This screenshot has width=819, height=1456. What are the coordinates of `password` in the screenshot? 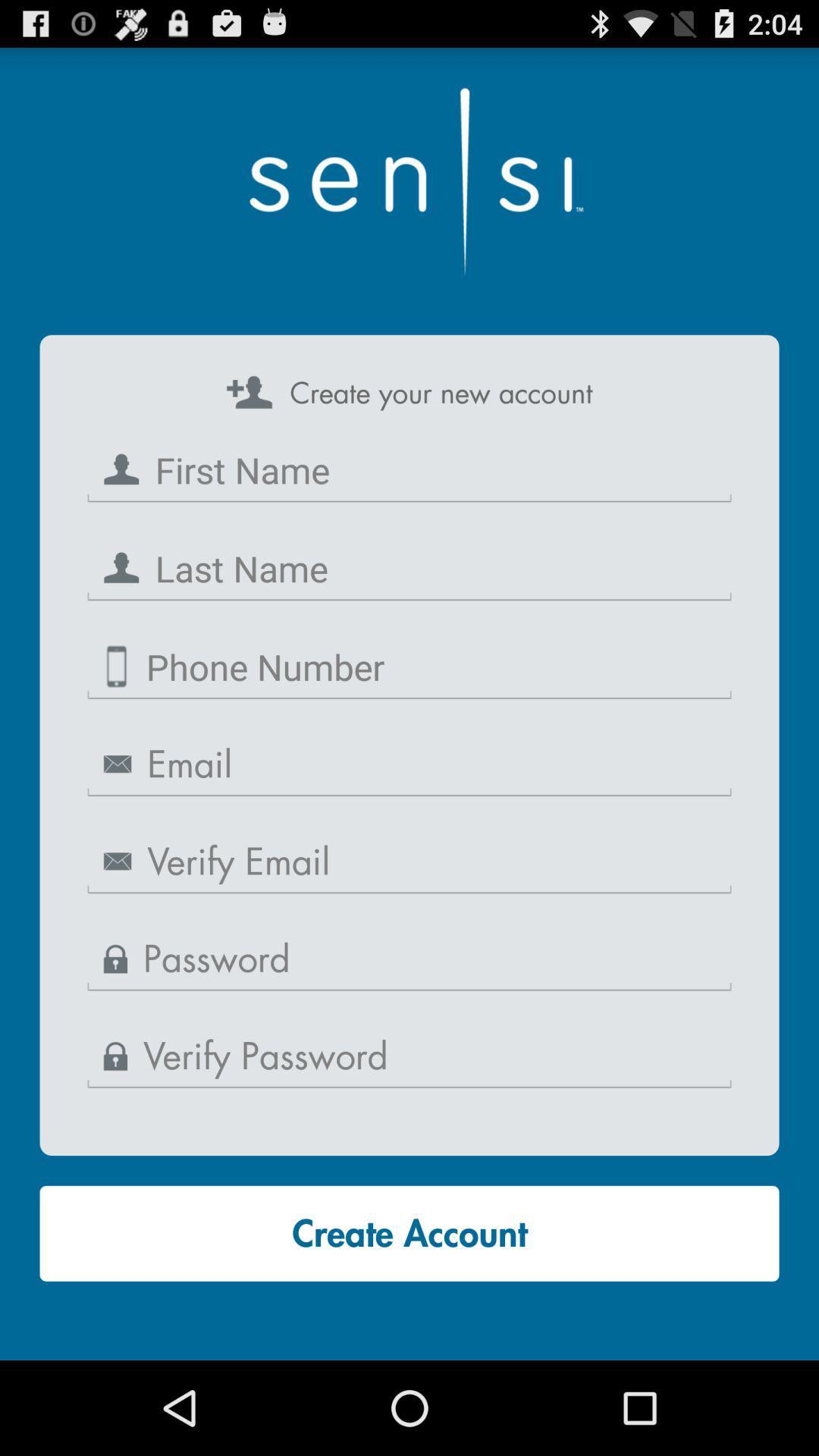 It's located at (409, 1056).